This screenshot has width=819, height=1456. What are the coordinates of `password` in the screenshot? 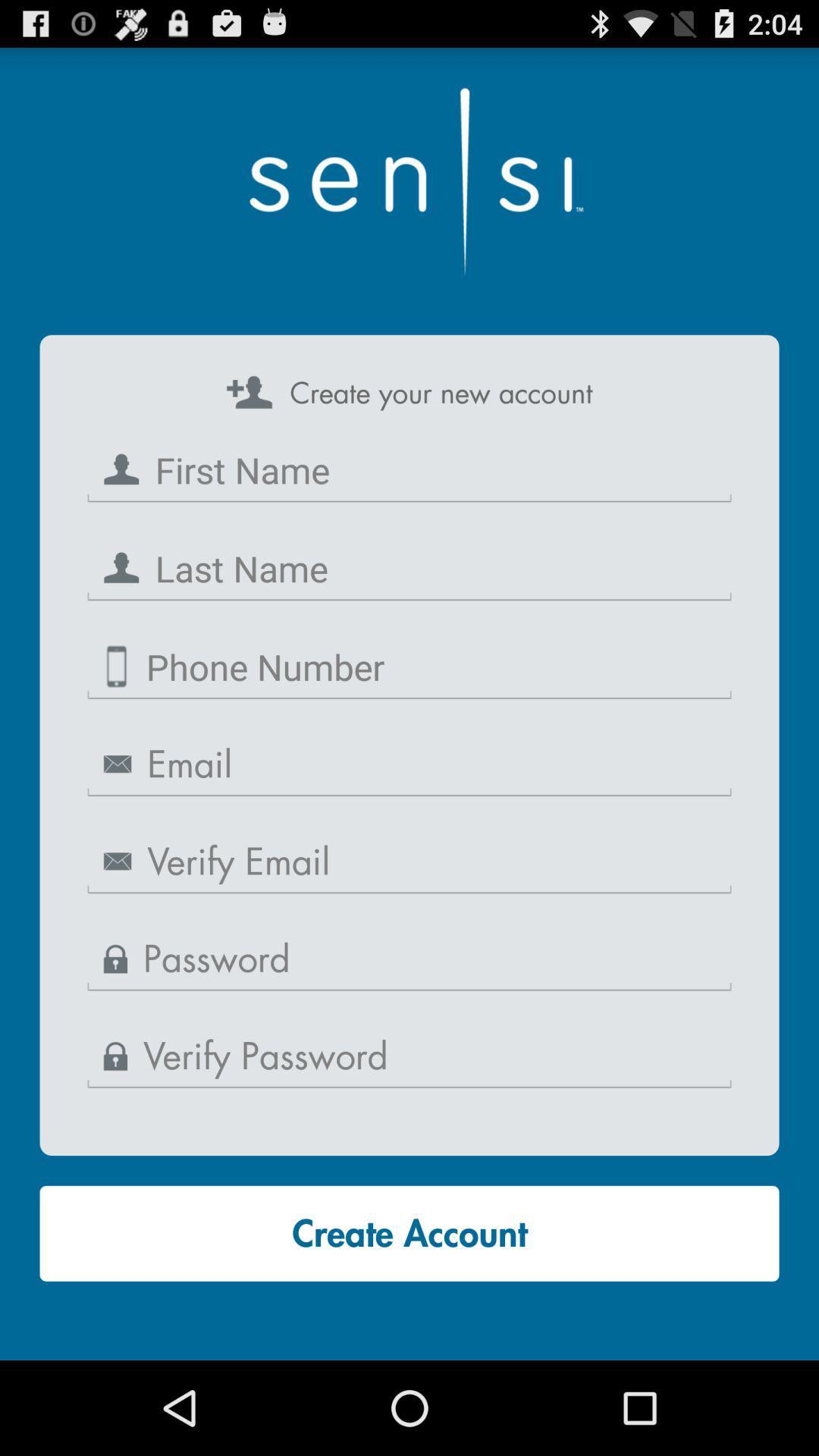 It's located at (409, 1056).